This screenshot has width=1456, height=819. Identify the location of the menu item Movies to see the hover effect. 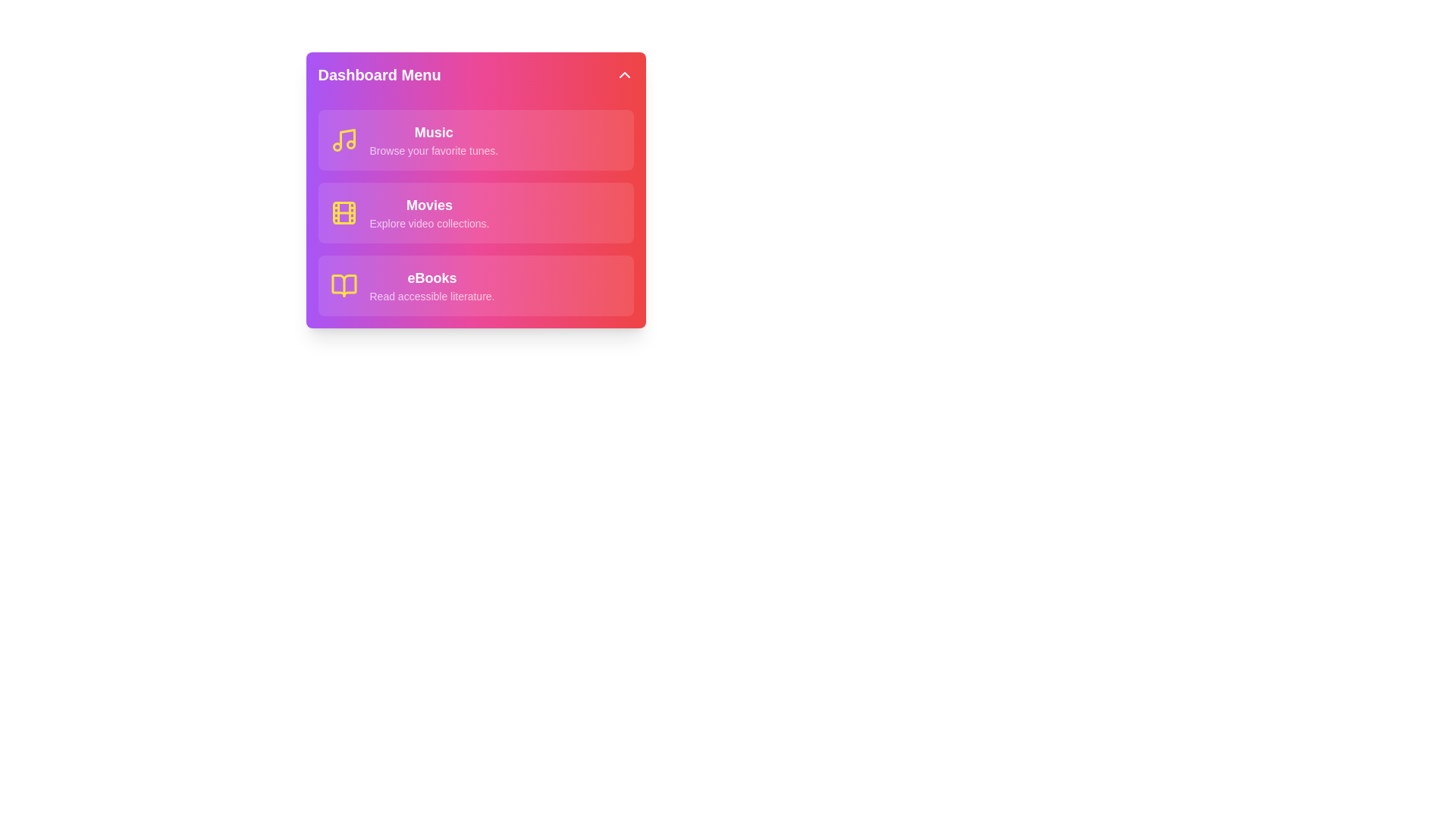
(475, 213).